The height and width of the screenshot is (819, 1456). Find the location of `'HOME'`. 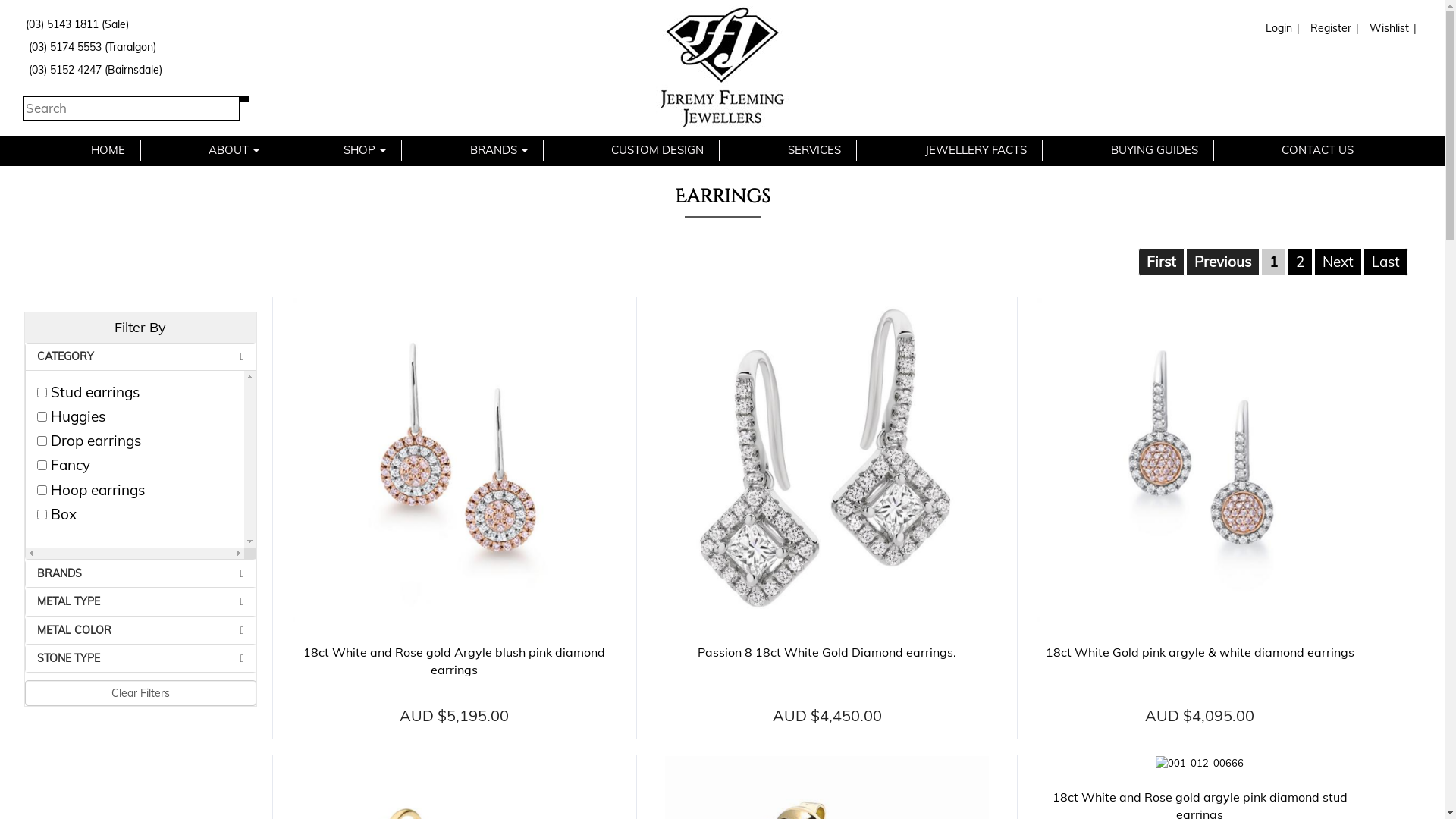

'HOME' is located at coordinates (107, 149).